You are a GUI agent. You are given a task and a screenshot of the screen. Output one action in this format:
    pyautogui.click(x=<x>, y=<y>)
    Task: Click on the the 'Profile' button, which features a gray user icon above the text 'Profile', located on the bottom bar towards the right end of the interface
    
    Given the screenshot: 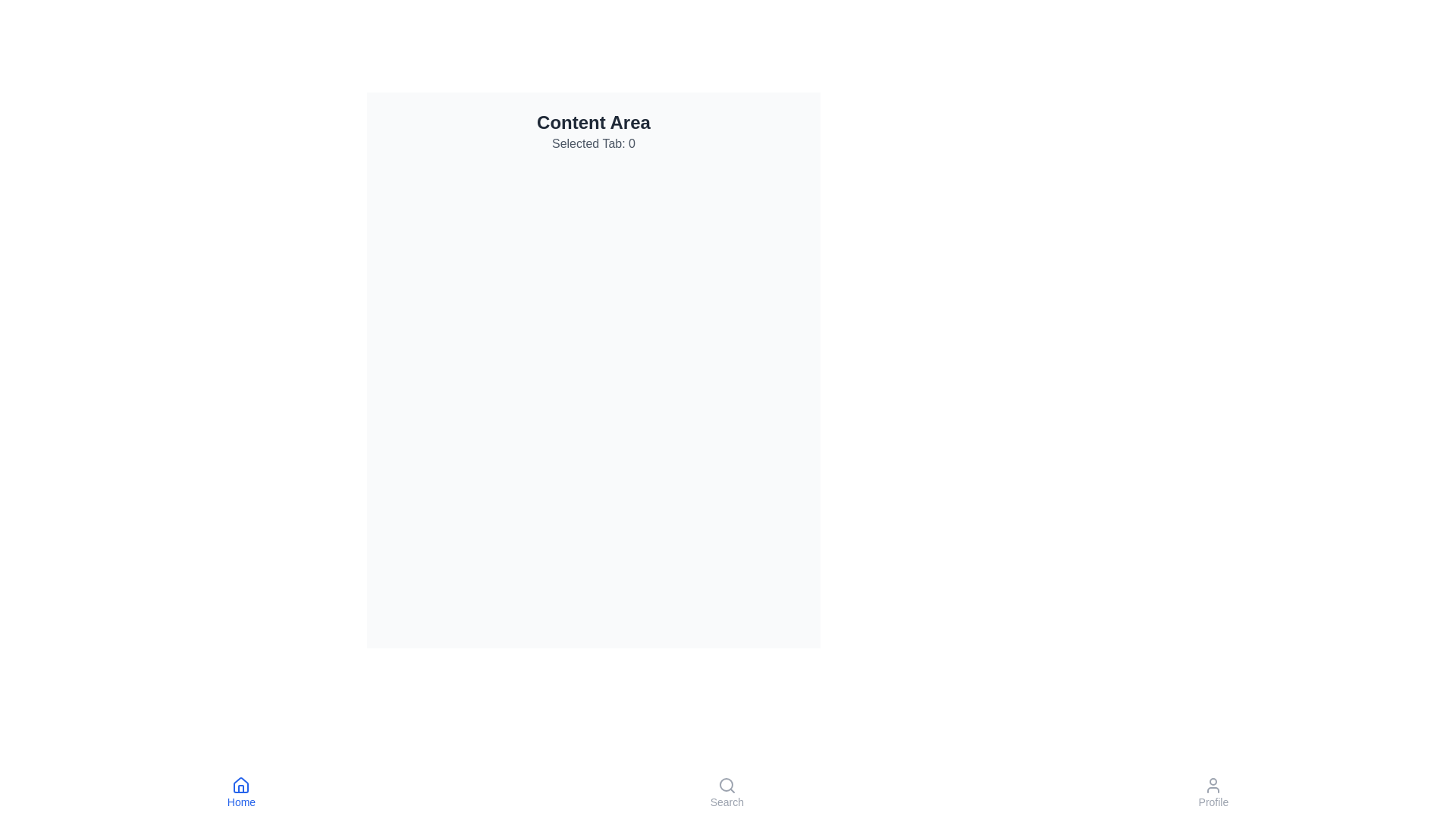 What is the action you would take?
    pyautogui.click(x=1212, y=792)
    